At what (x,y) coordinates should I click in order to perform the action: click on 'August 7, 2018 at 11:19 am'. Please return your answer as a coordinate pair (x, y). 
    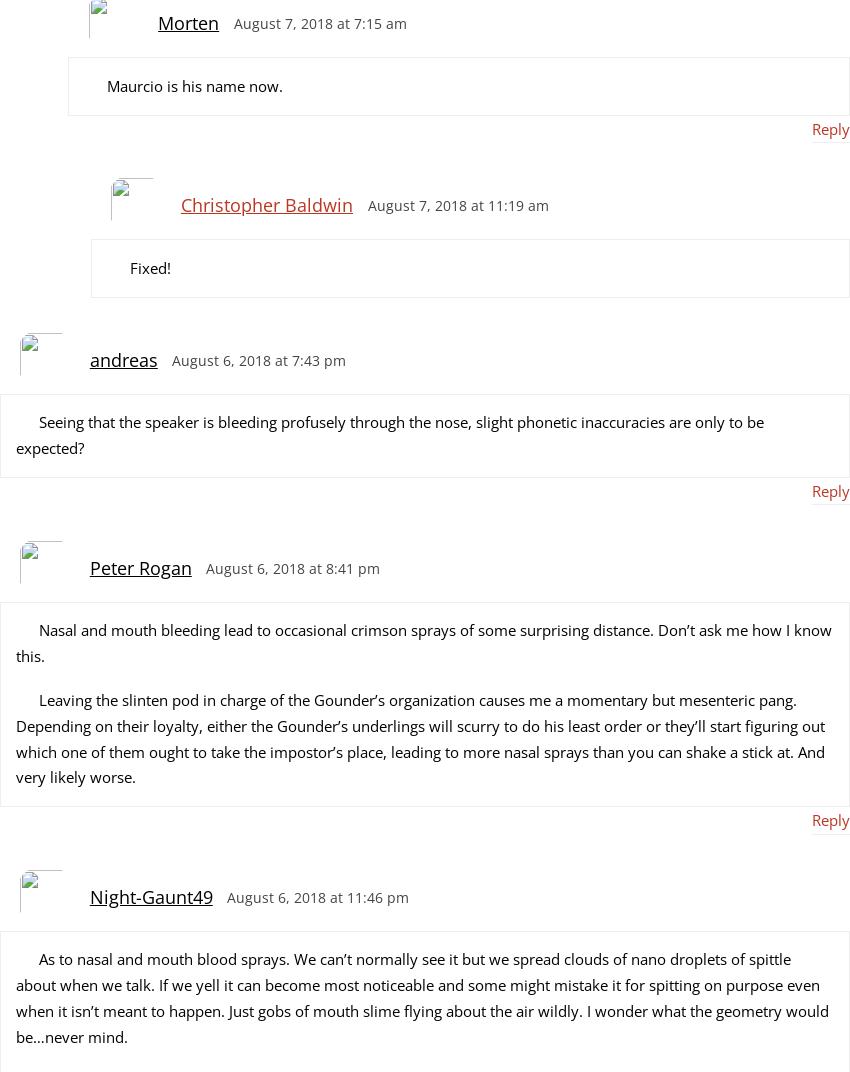
    Looking at the image, I should click on (456, 205).